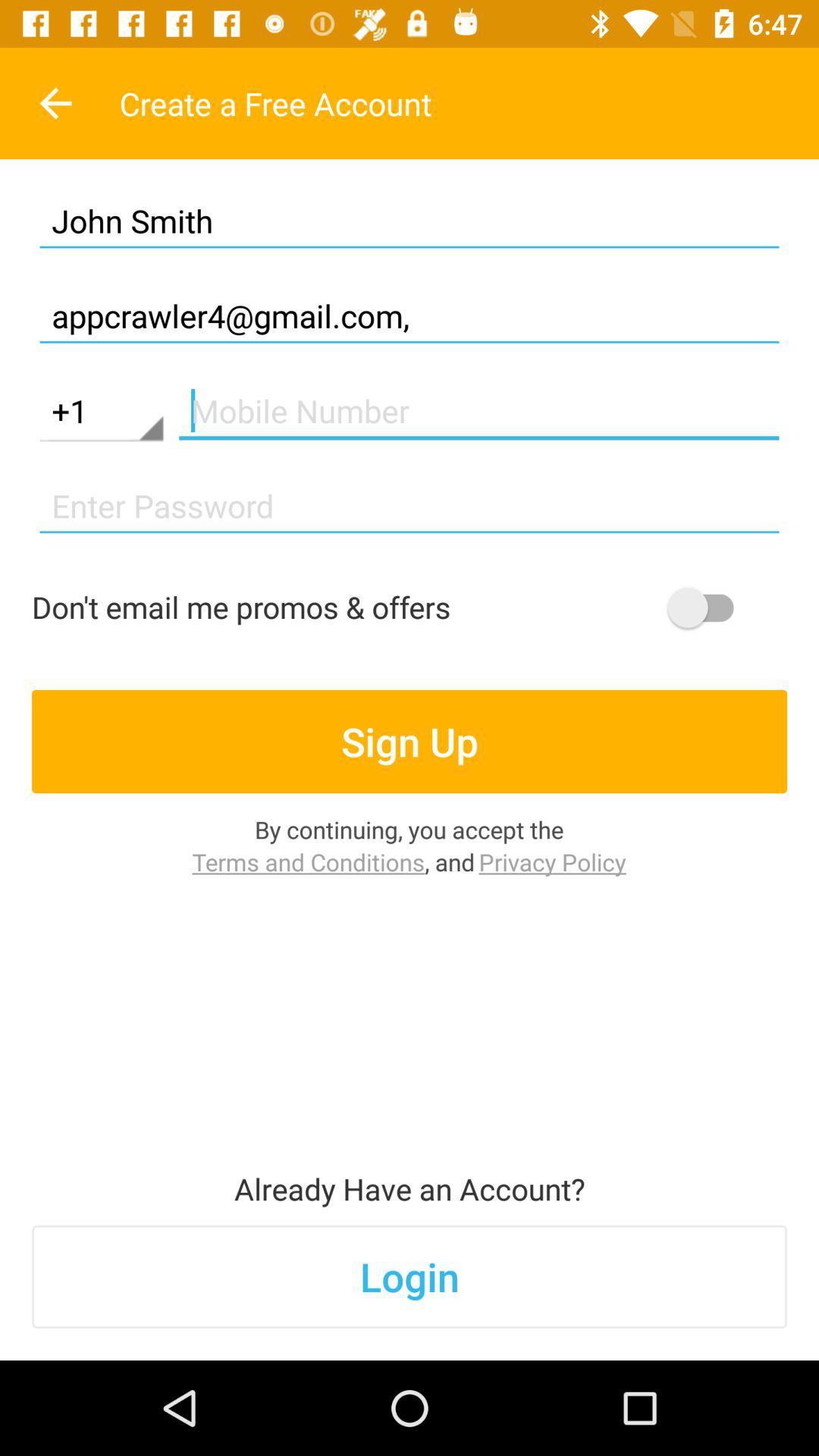  Describe the element at coordinates (708, 607) in the screenshot. I see `email promos` at that location.